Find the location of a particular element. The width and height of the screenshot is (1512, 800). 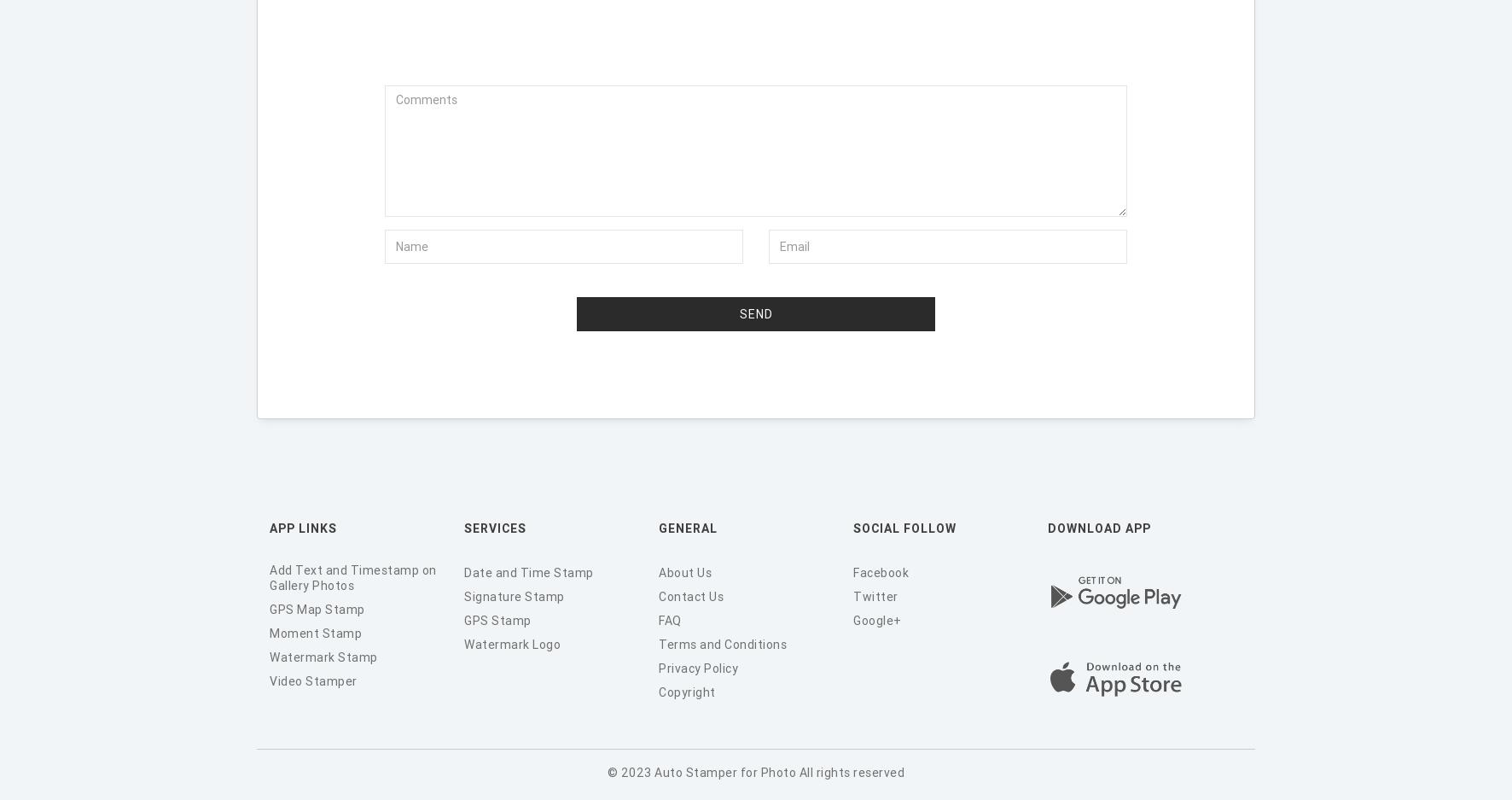

'Watermark Stamp' is located at coordinates (323, 656).